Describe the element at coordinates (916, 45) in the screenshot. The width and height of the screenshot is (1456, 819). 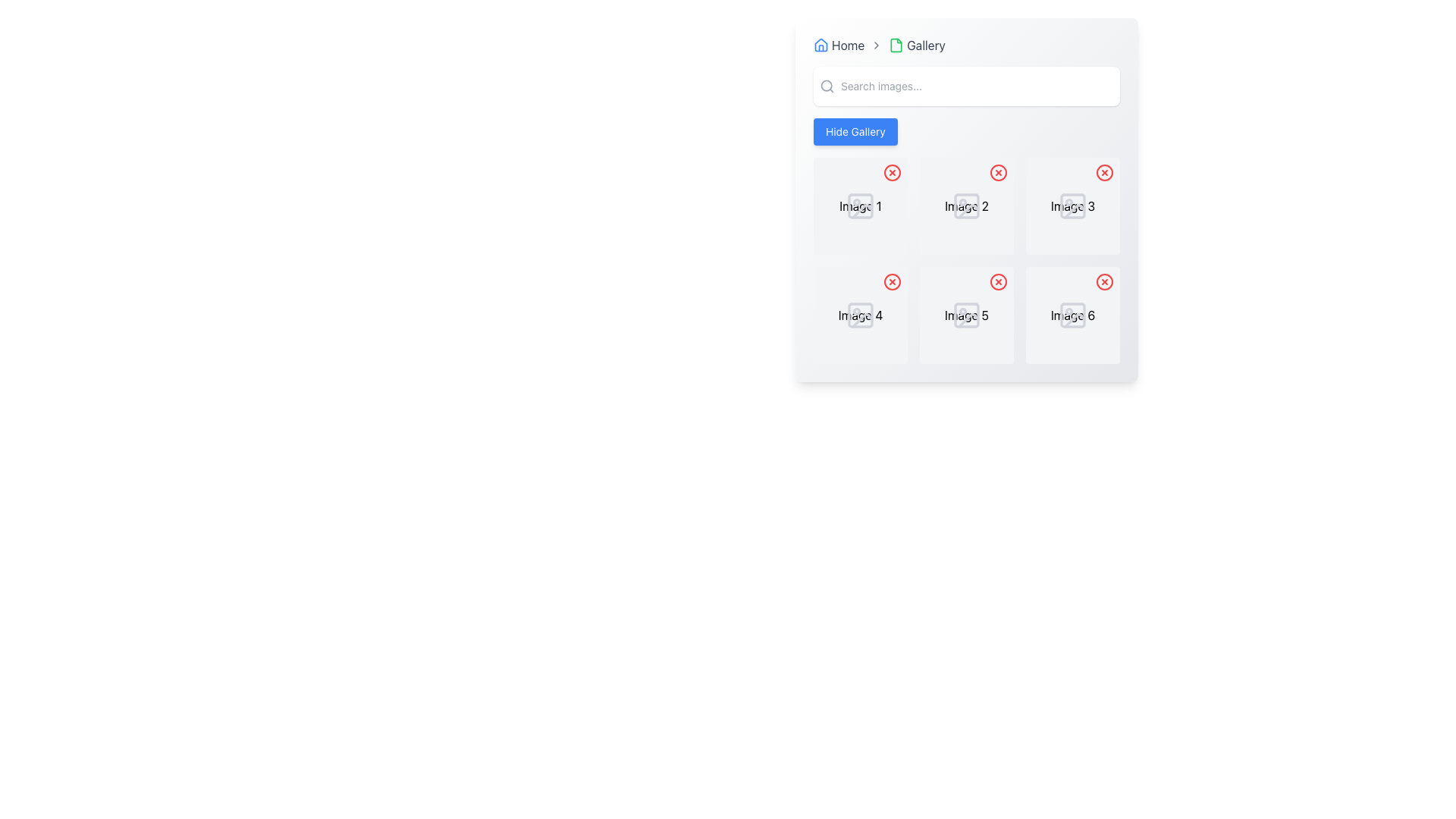
I see `the 'Gallery' navigation link in the top navigation bar` at that location.